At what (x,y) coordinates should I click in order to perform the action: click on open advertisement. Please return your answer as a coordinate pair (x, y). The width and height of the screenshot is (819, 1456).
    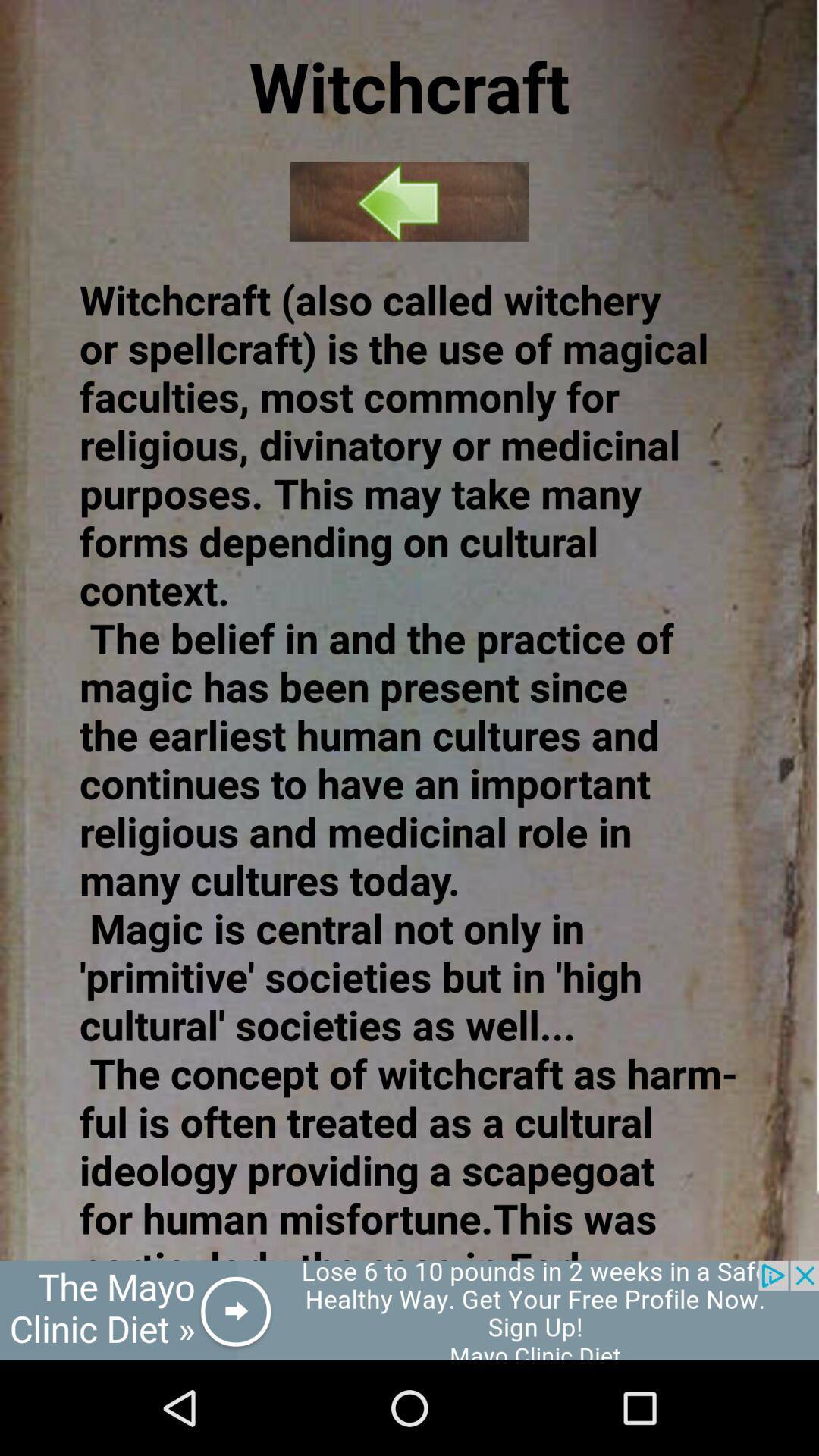
    Looking at the image, I should click on (409, 1310).